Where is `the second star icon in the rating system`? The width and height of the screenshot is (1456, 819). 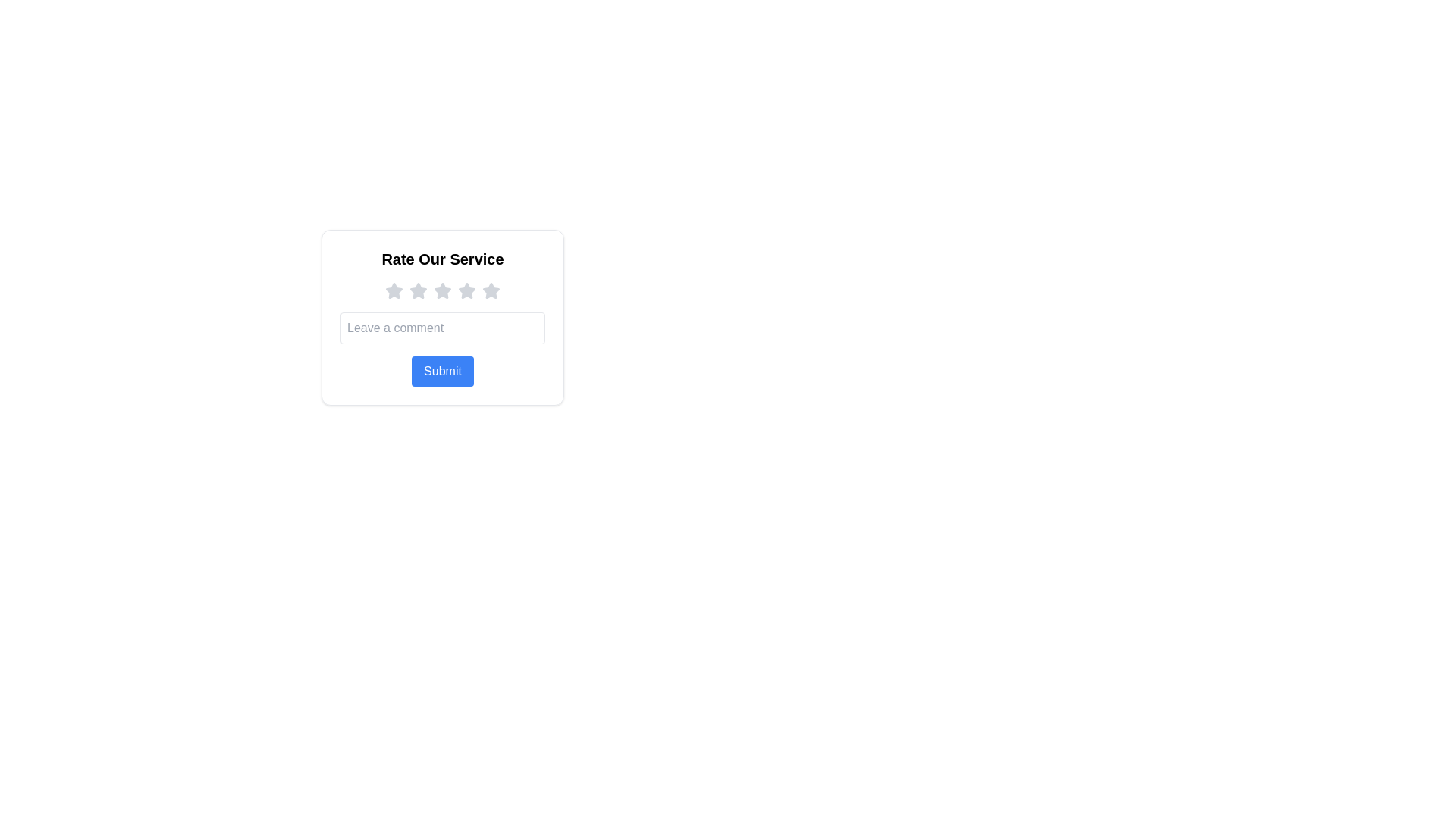
the second star icon in the rating system is located at coordinates (419, 290).